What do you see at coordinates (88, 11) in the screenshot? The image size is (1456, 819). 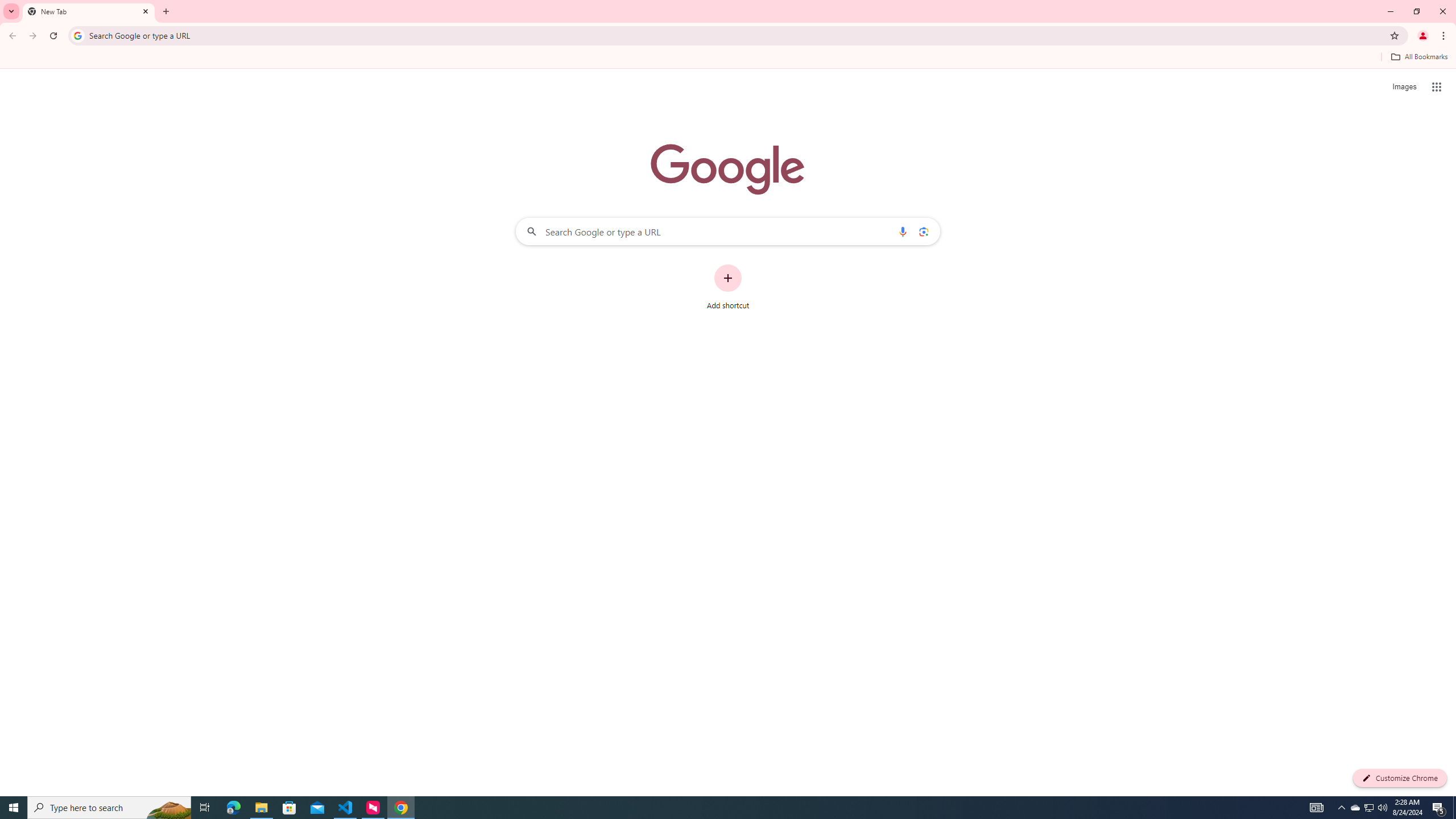 I see `'New Tab'` at bounding box center [88, 11].